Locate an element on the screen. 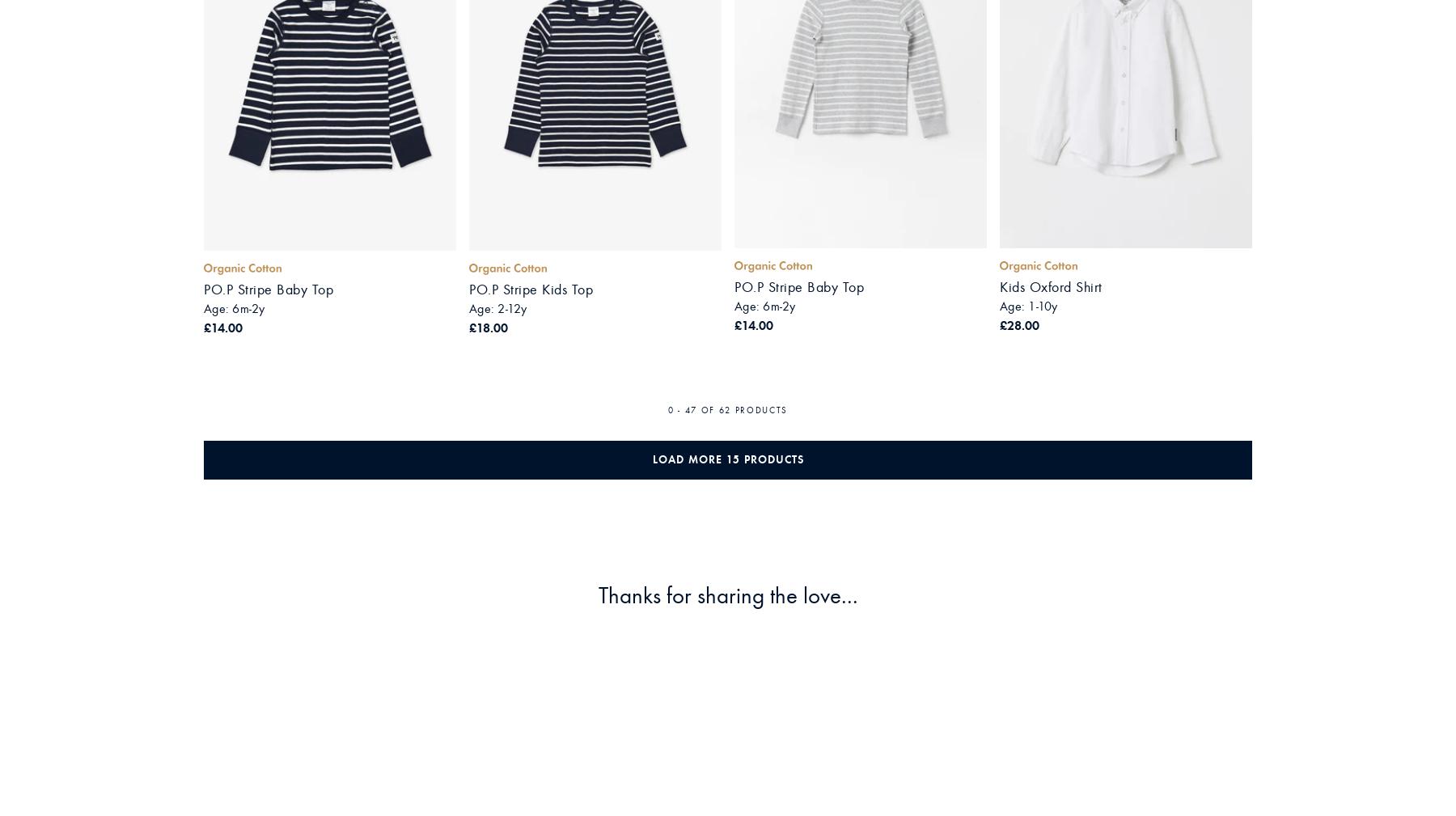 Image resolution: width=1456 pixels, height=816 pixels. '£28.00' is located at coordinates (999, 323).